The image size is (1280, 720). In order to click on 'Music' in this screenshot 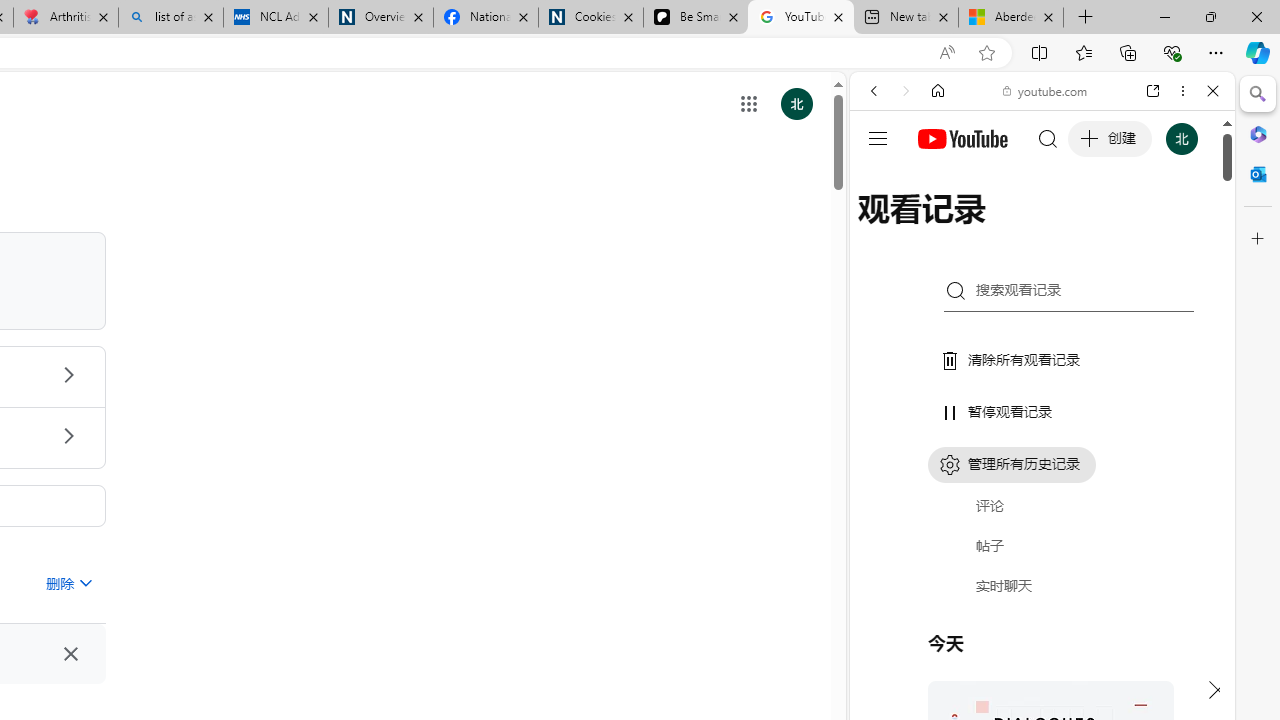, I will do `click(1041, 543)`.